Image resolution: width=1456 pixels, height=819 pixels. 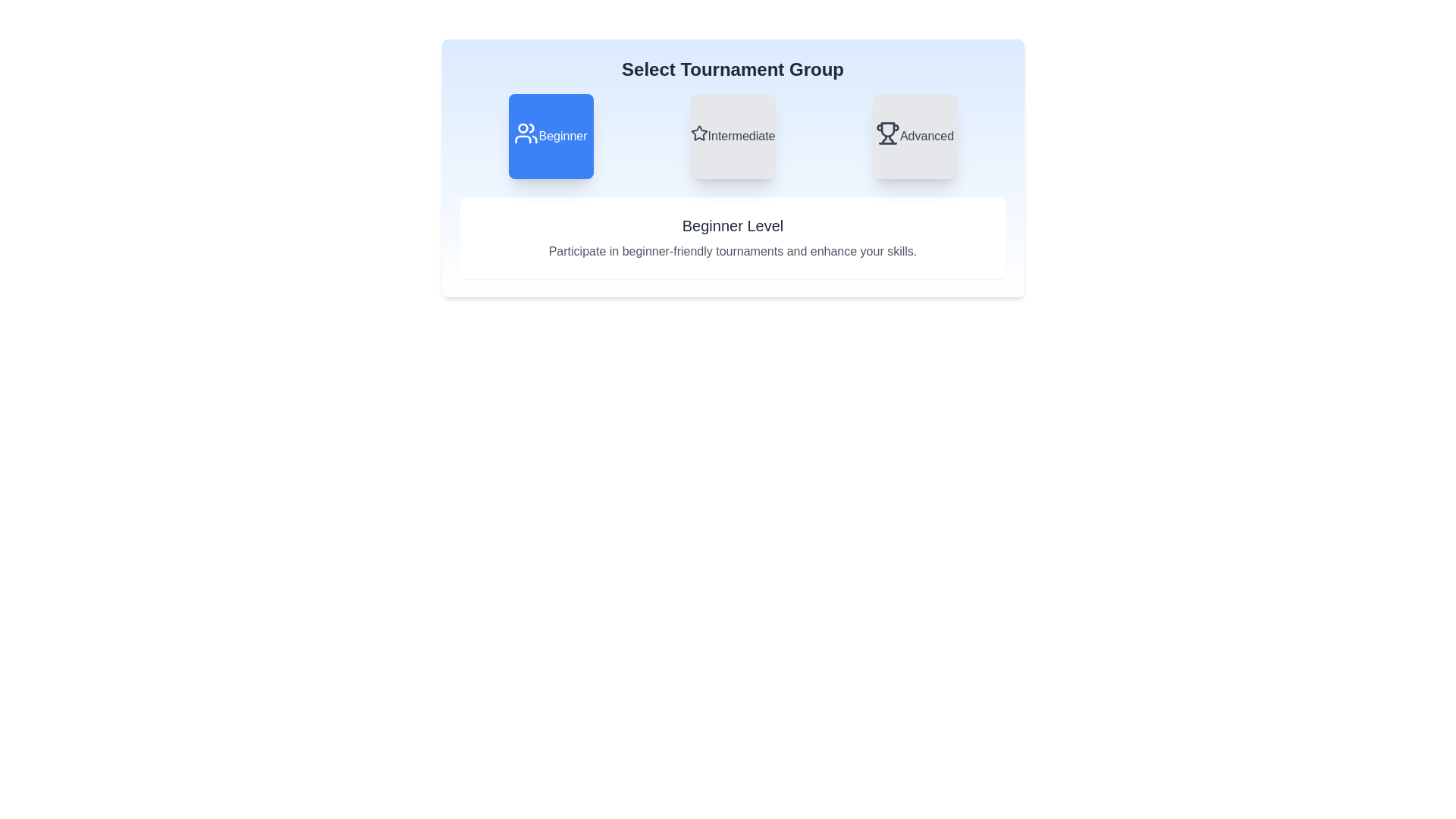 What do you see at coordinates (733, 136) in the screenshot?
I see `the medium-sized rectangular button labeled 'Intermediate' with a light gray background and an outlined star icon, located between the 'Beginner' and 'Advanced' buttons` at bounding box center [733, 136].